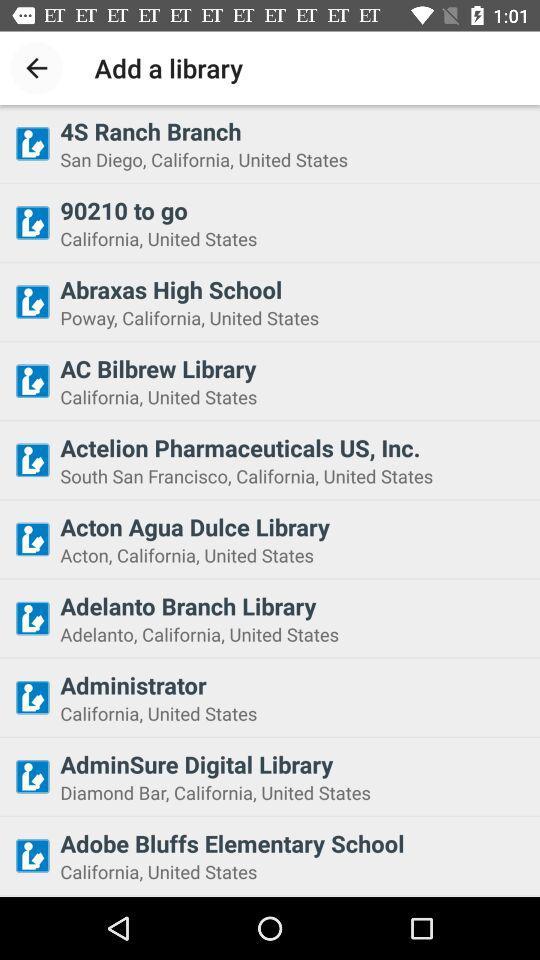 The width and height of the screenshot is (540, 960). What do you see at coordinates (293, 210) in the screenshot?
I see `item above california, united states` at bounding box center [293, 210].